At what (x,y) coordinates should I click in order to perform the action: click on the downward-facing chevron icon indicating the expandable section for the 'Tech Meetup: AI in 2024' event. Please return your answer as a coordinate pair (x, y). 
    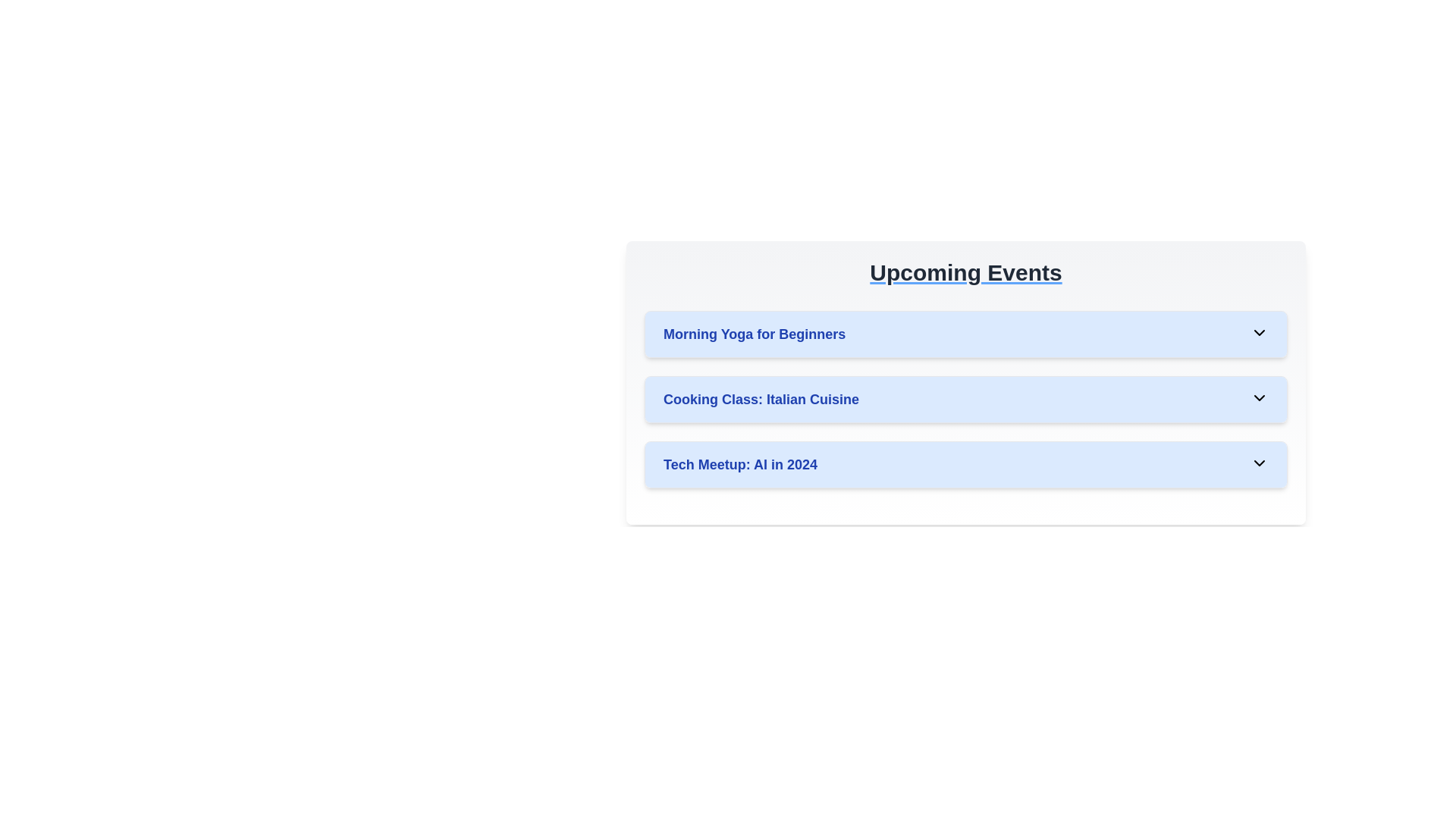
    Looking at the image, I should click on (1259, 462).